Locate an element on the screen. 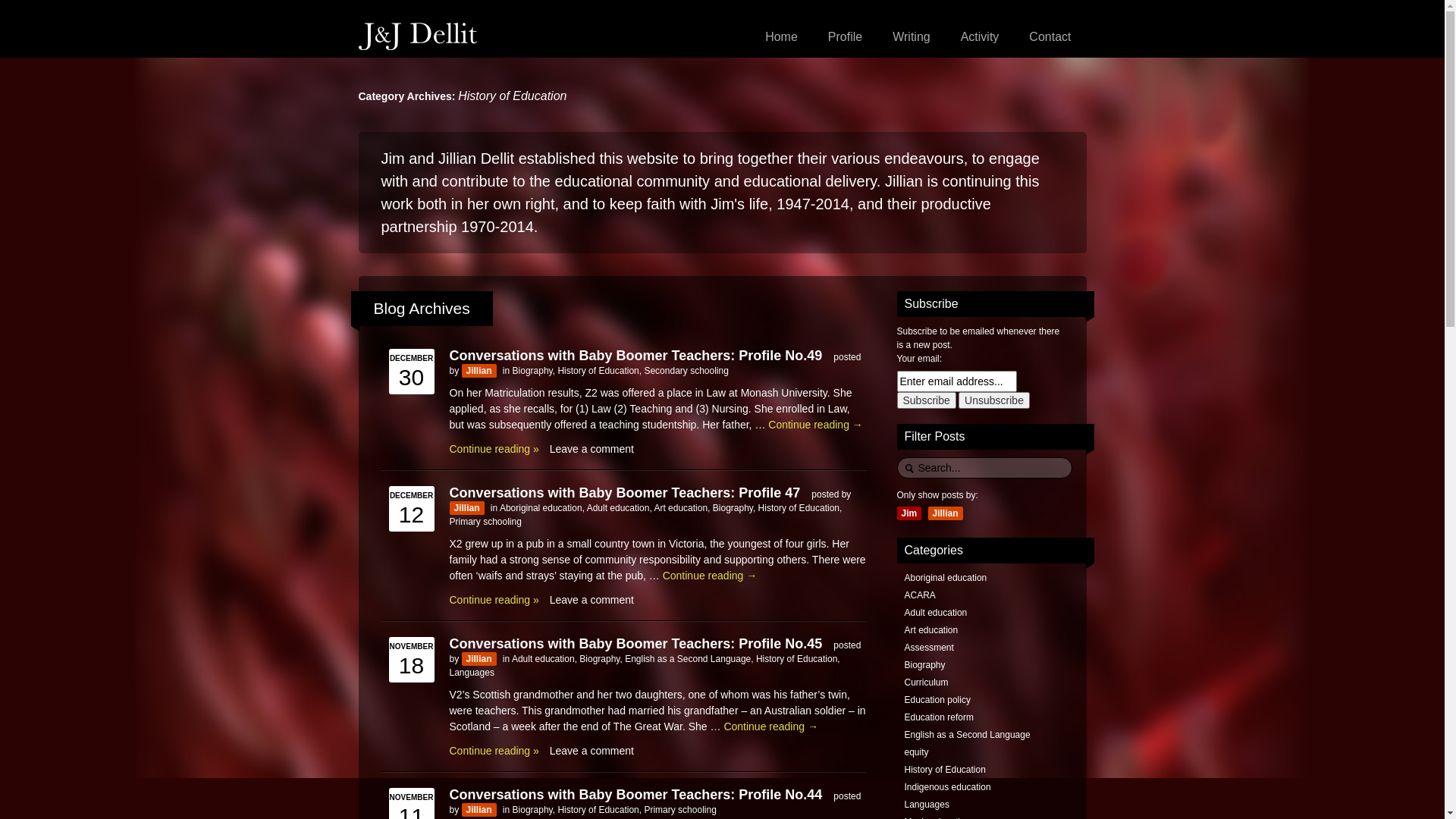 This screenshot has height=819, width=1456. 'Education reform' is located at coordinates (903, 717).